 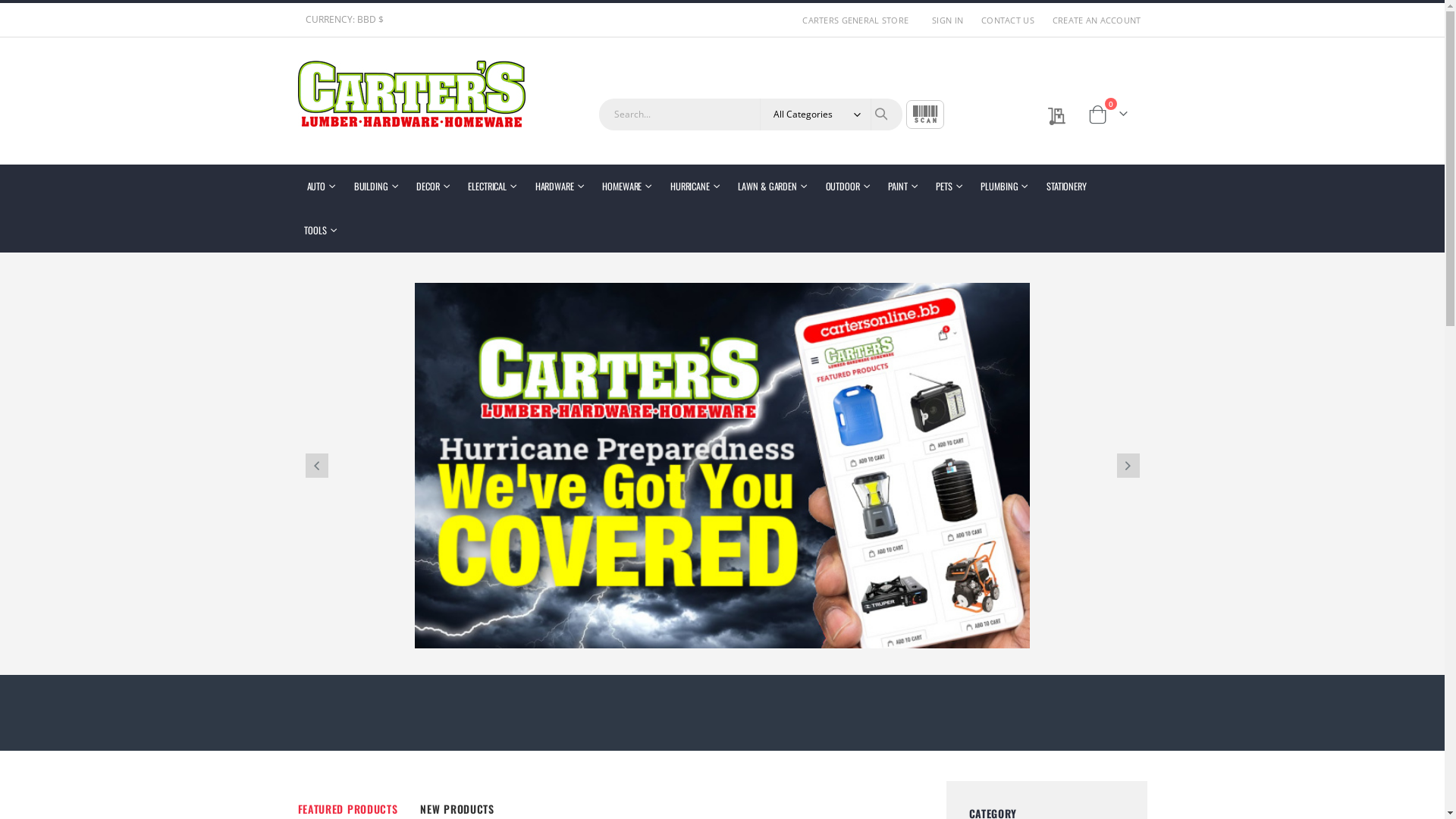 I want to click on 'HARDWARE', so click(x=559, y=186).